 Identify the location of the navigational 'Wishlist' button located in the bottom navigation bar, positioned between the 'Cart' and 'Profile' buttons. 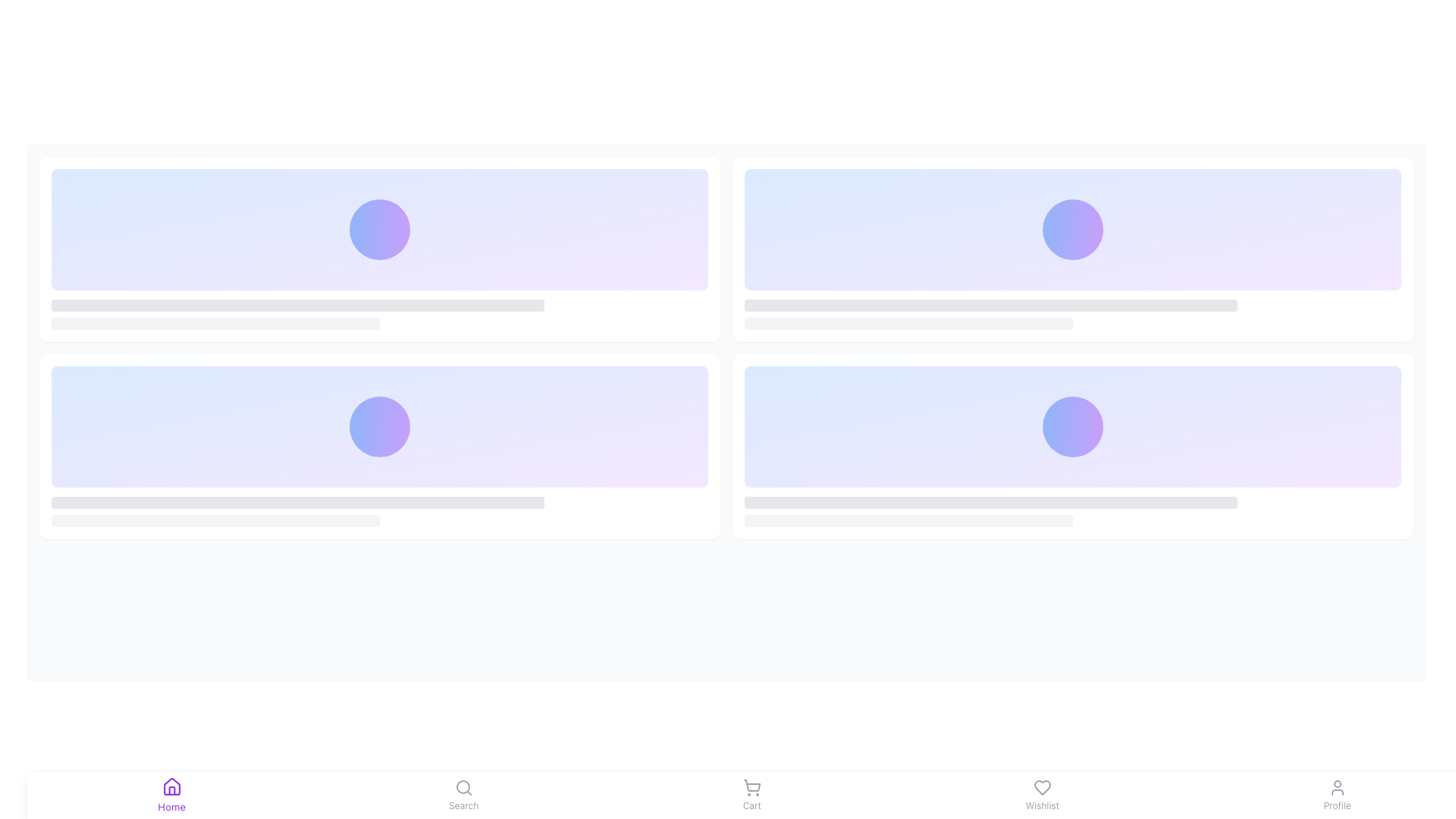
(1041, 794).